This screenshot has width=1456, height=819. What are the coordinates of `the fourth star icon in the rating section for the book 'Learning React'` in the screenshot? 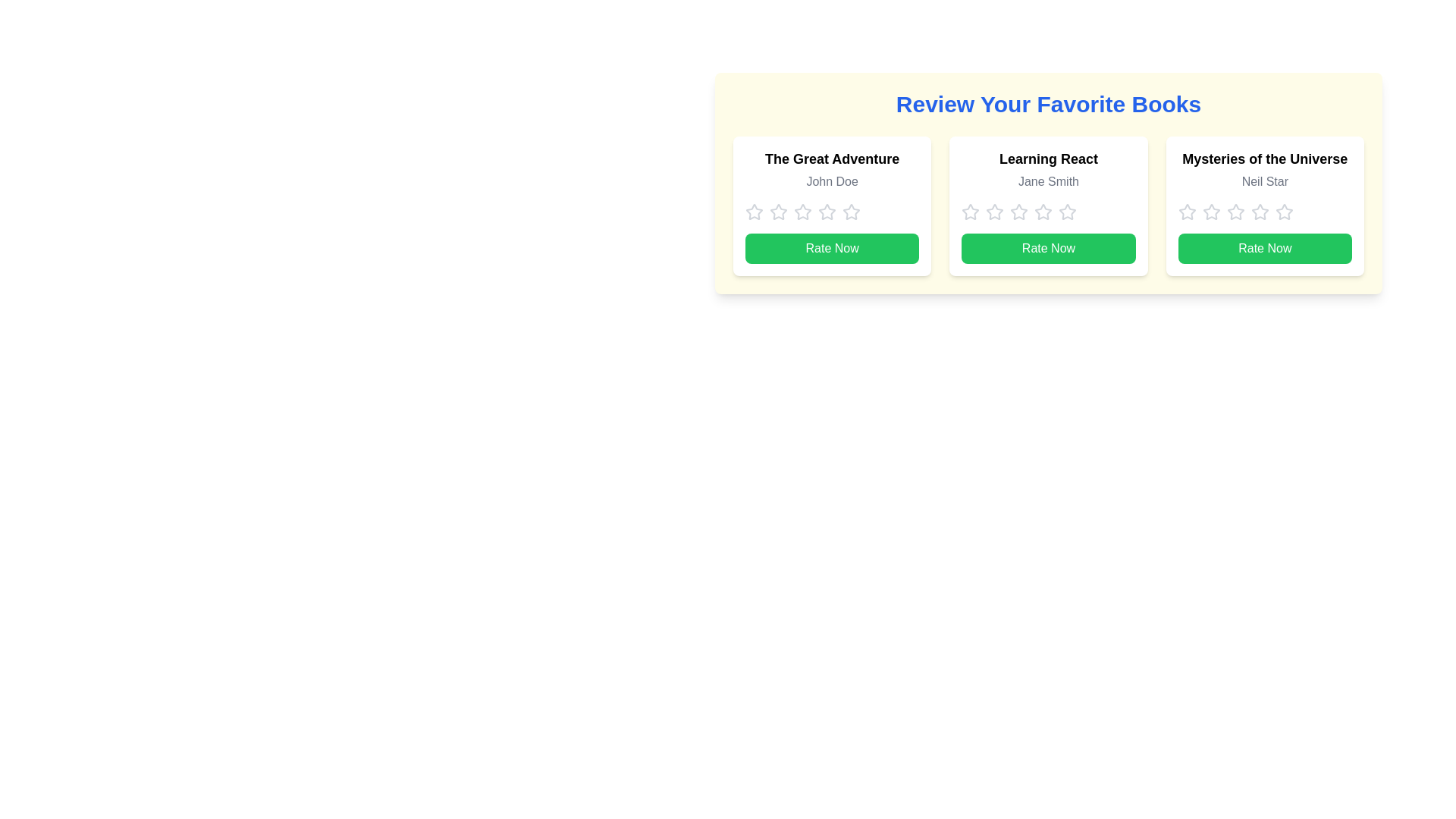 It's located at (1067, 212).